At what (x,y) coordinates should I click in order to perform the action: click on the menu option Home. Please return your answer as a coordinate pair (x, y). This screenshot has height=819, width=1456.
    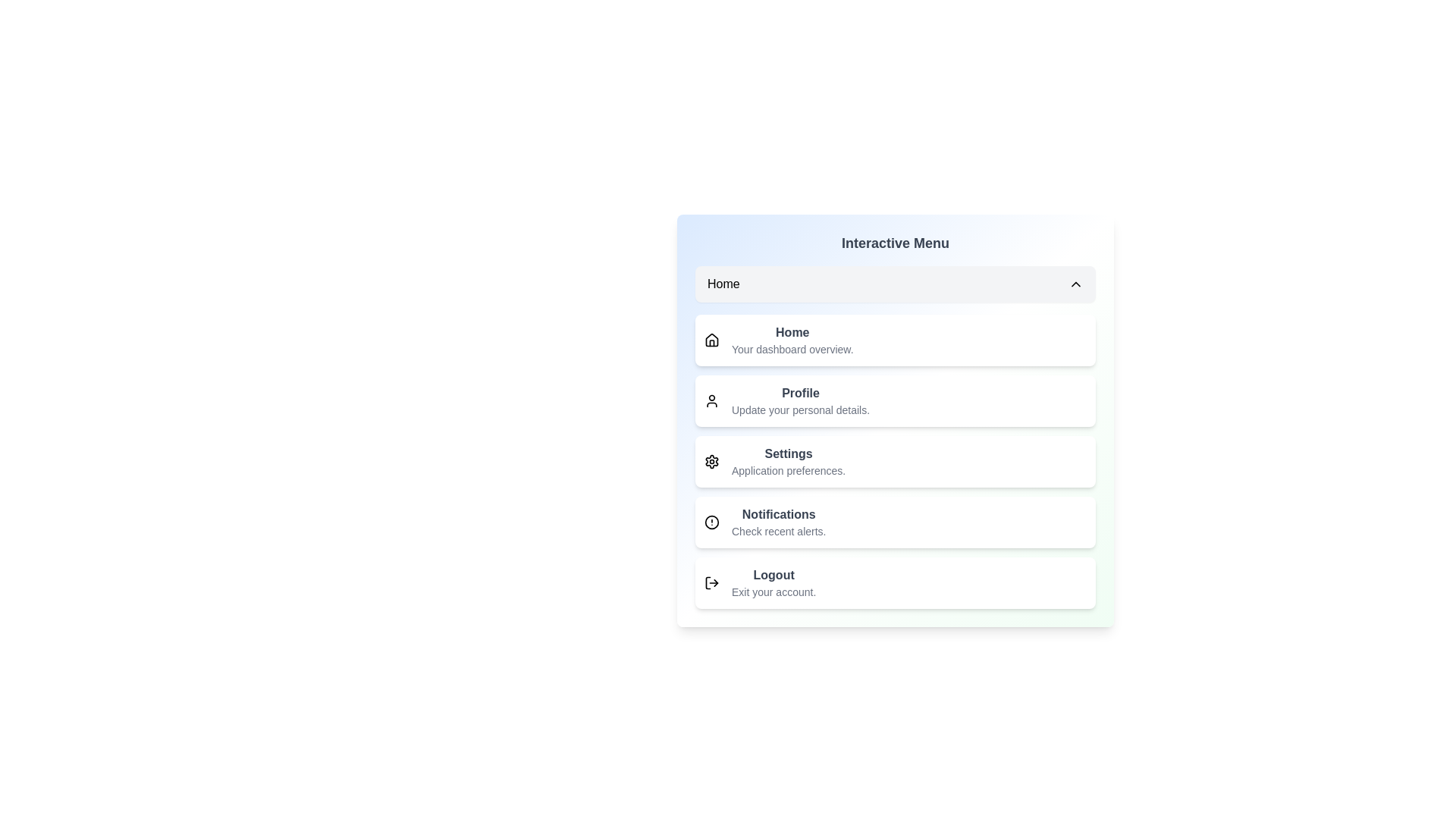
    Looking at the image, I should click on (895, 284).